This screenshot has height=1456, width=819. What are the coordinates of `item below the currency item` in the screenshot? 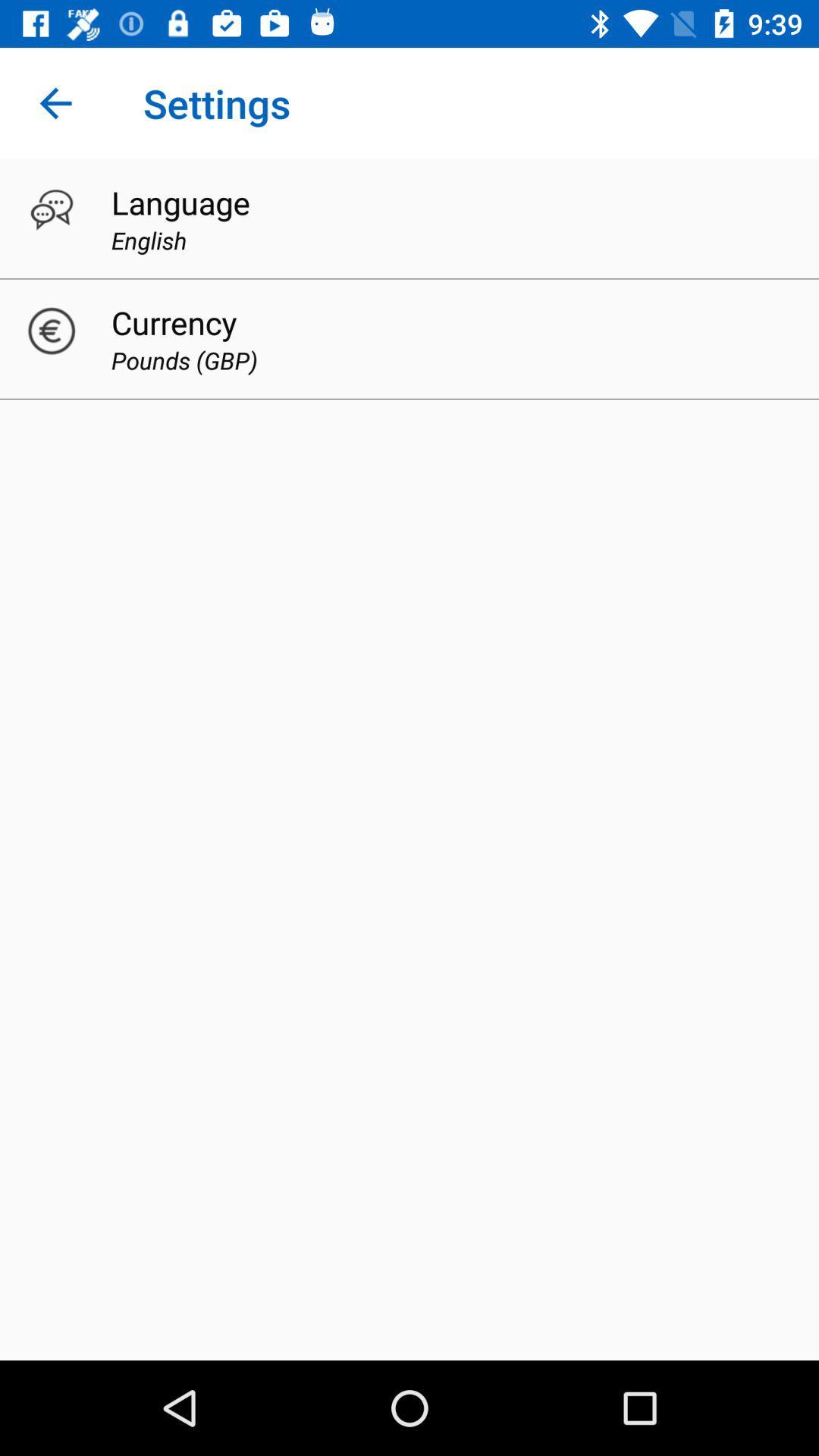 It's located at (184, 359).